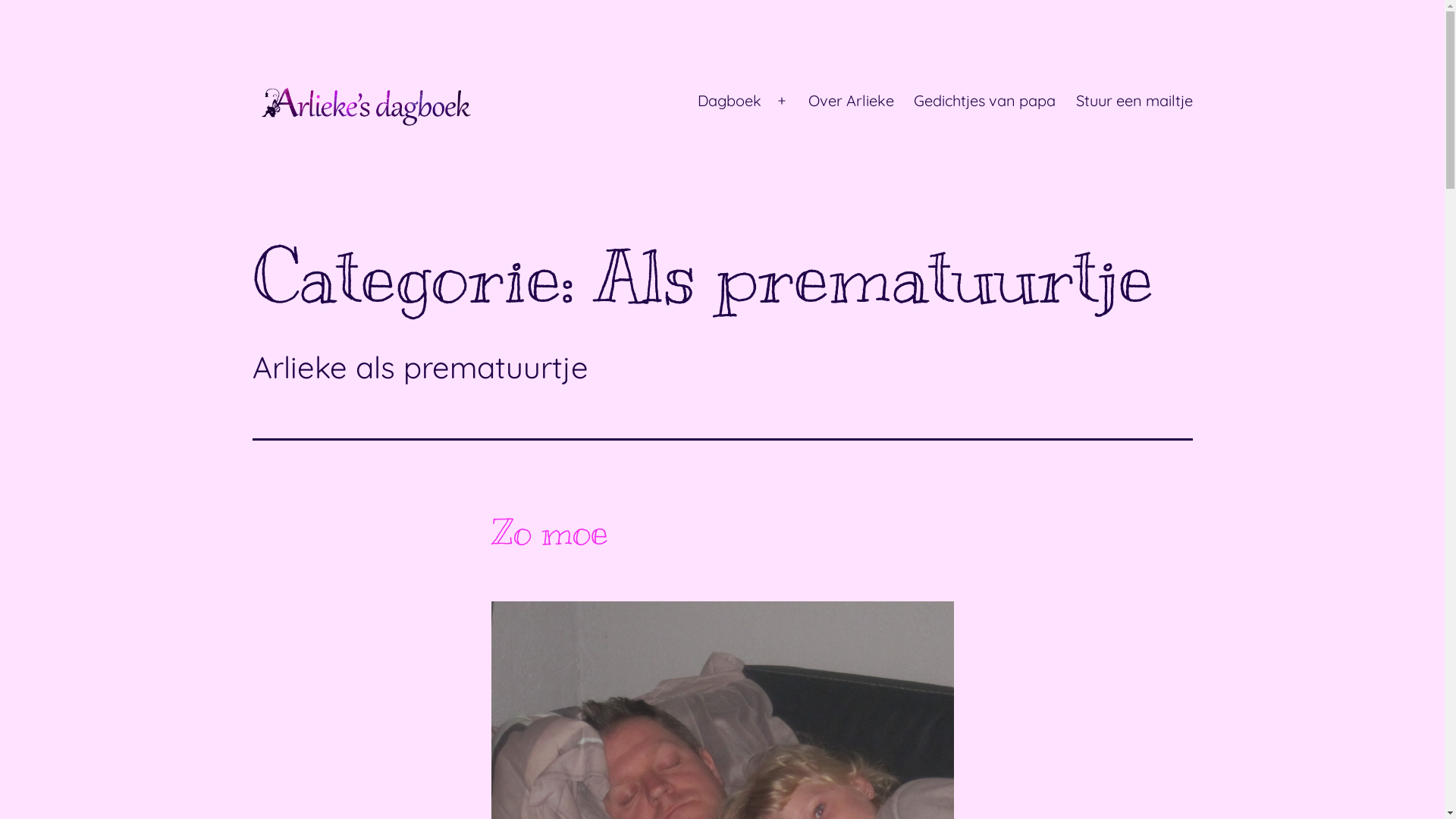 This screenshot has width=1456, height=819. What do you see at coordinates (1133, 100) in the screenshot?
I see `'Stuur een mailtje'` at bounding box center [1133, 100].